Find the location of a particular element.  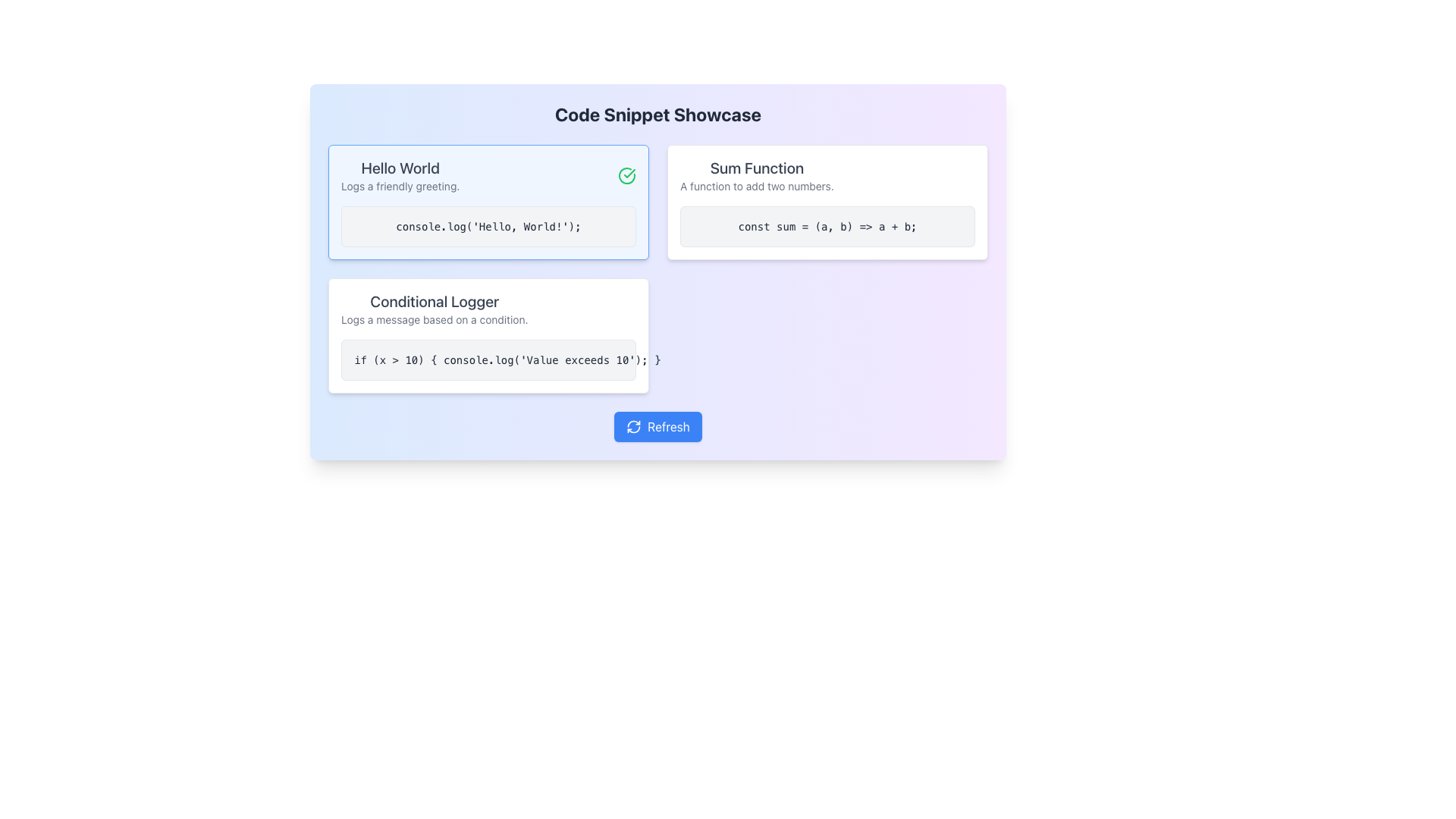

the bold and large text element displayed as 'Hello World', which acts as a title or heading for the section is located at coordinates (400, 168).